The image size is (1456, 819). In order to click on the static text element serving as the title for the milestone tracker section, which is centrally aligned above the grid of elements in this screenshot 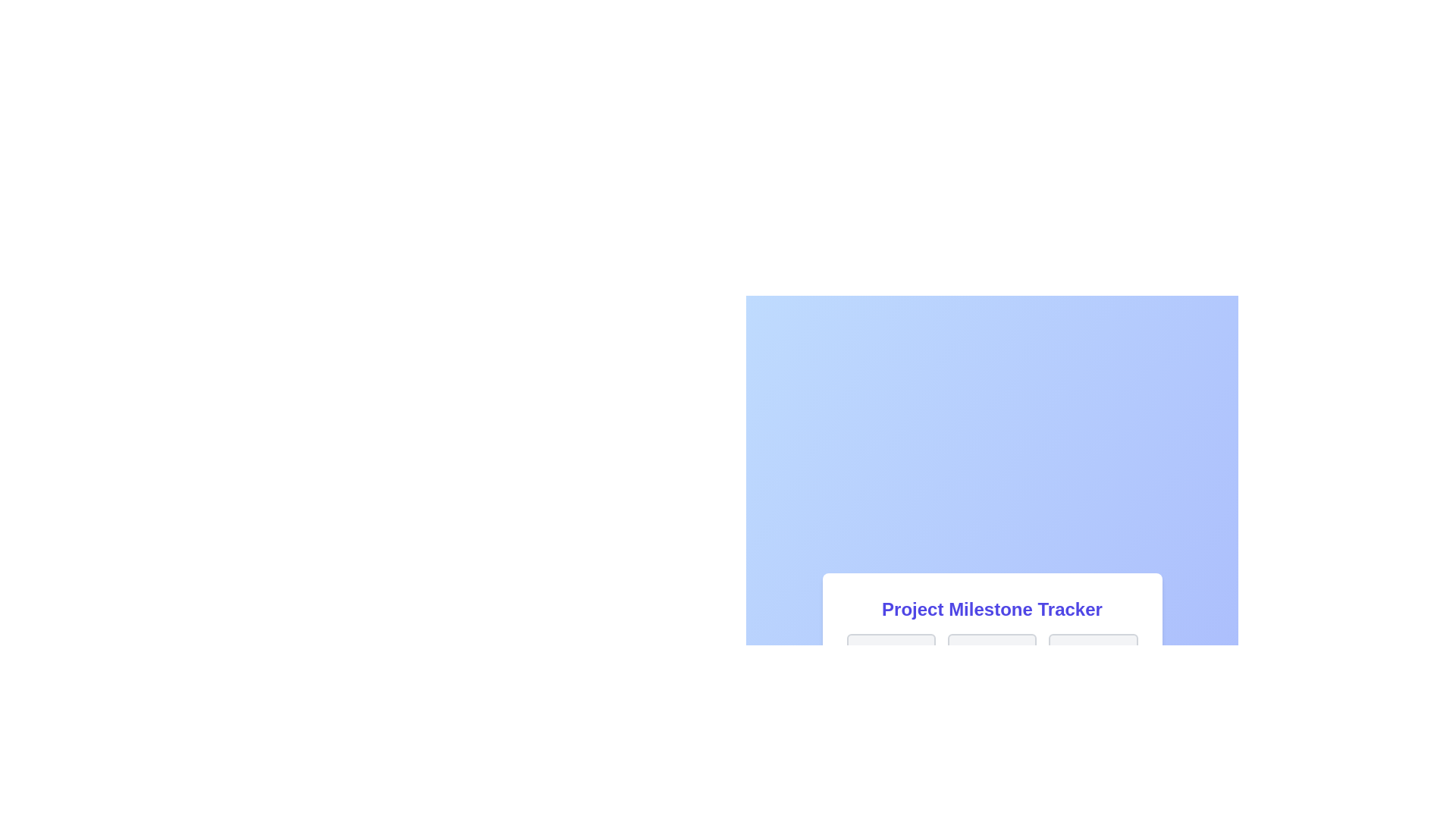, I will do `click(992, 608)`.